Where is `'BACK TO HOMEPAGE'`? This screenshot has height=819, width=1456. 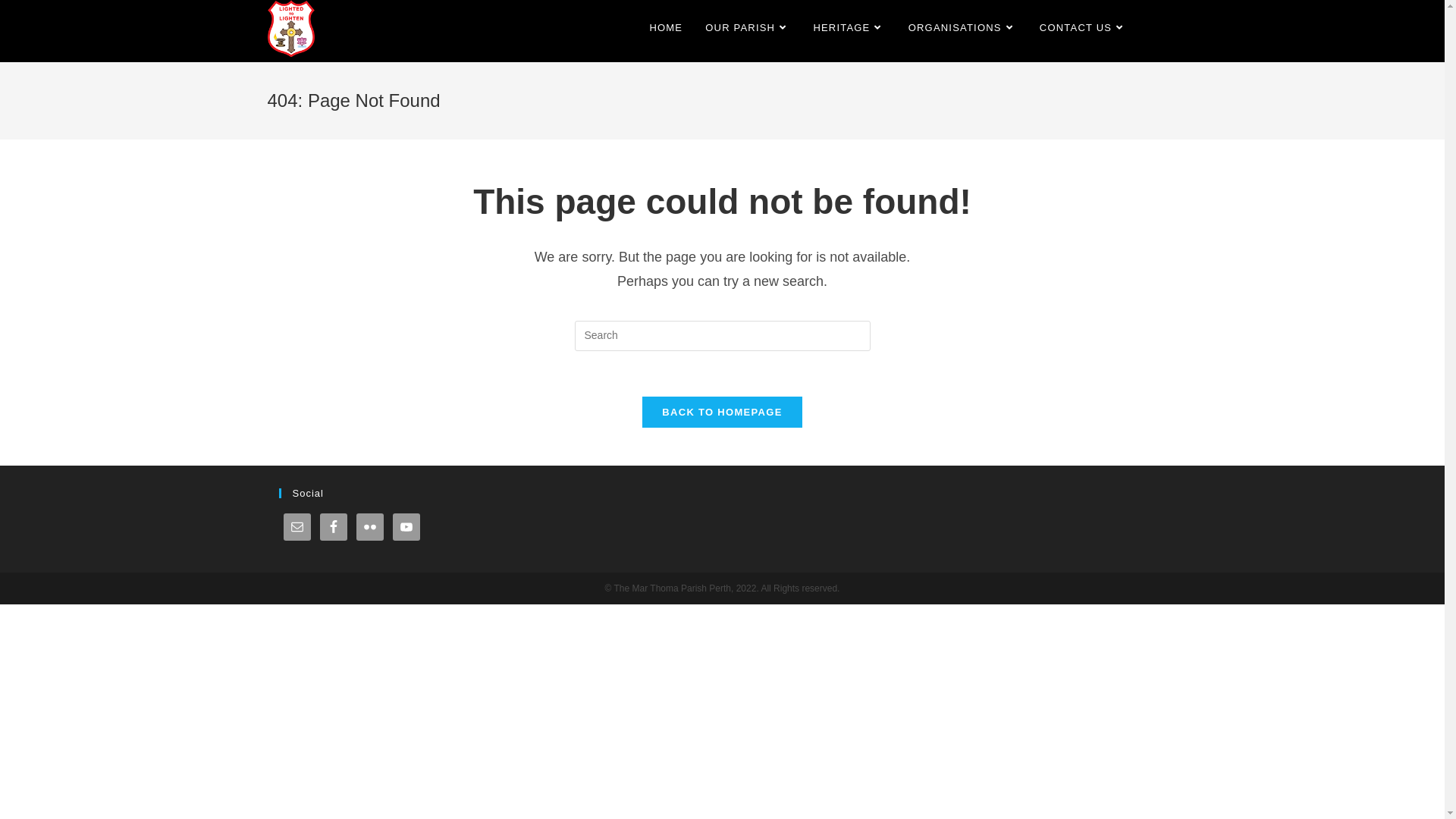
'BACK TO HOMEPAGE' is located at coordinates (720, 412).